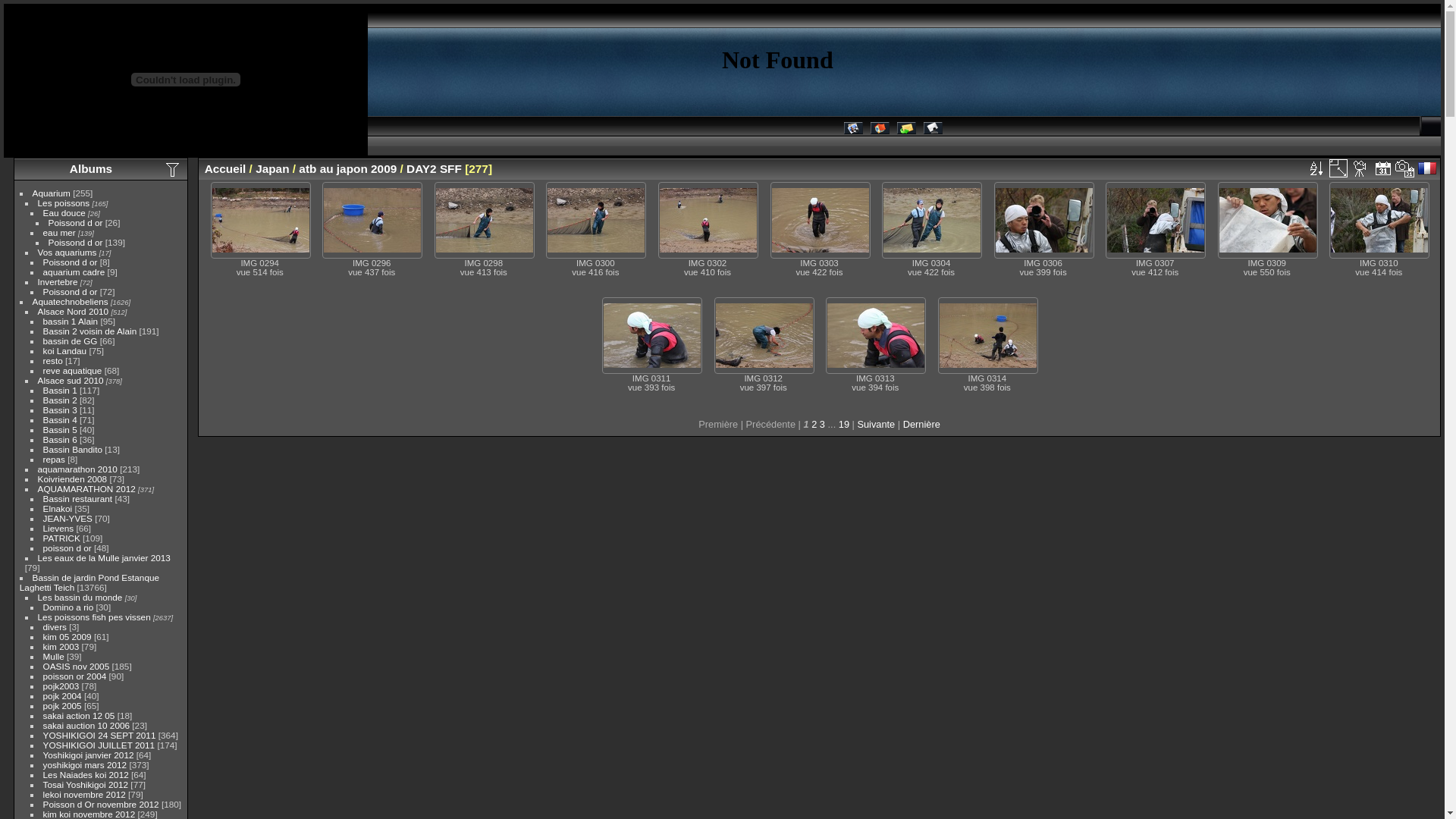 Image resolution: width=1456 pixels, height=819 pixels. Describe the element at coordinates (261, 220) in the screenshot. I see `'IMG 0294 (514 visites)'` at that location.